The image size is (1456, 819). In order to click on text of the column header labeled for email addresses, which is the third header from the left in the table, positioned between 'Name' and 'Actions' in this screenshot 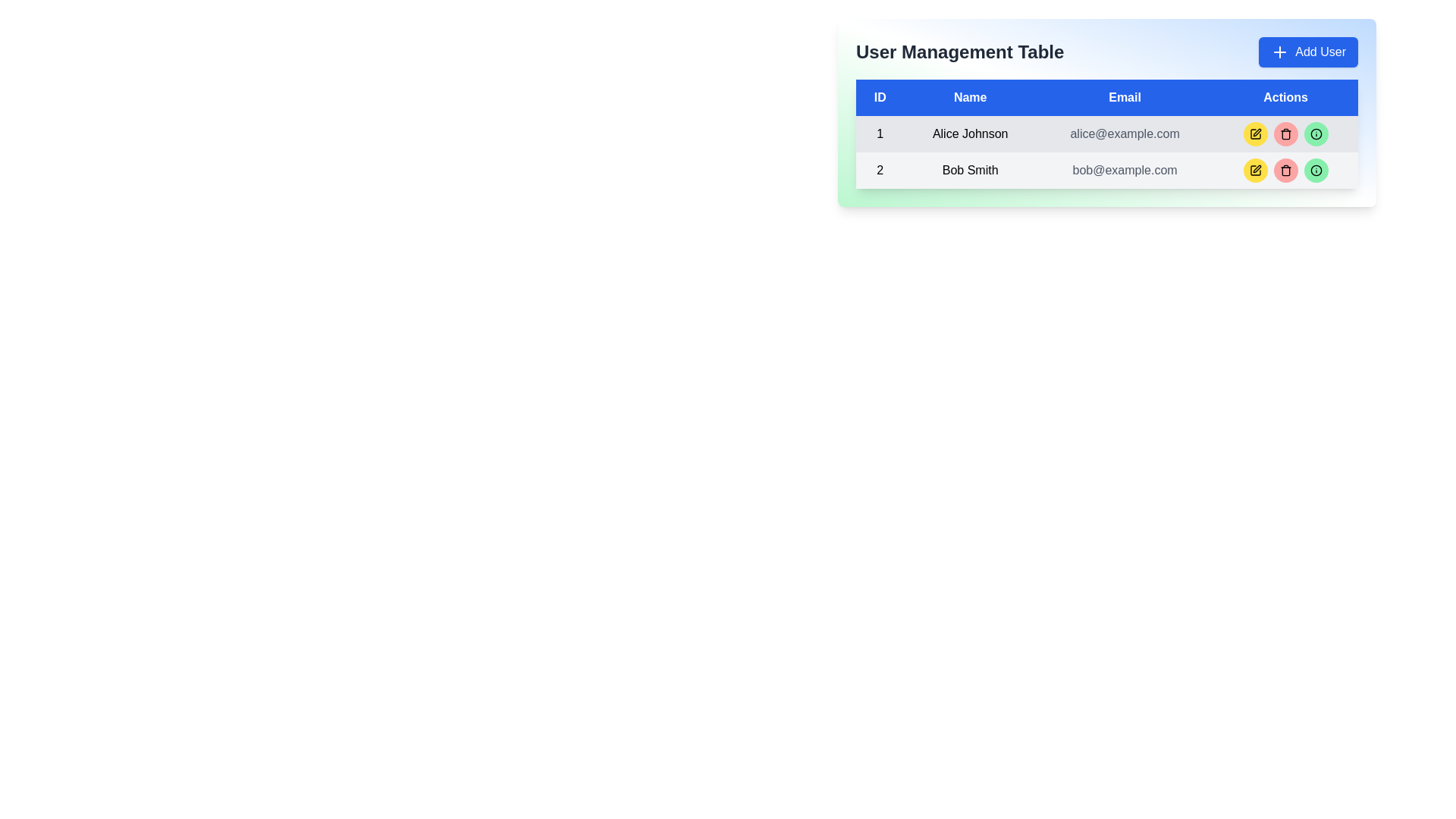, I will do `click(1125, 97)`.